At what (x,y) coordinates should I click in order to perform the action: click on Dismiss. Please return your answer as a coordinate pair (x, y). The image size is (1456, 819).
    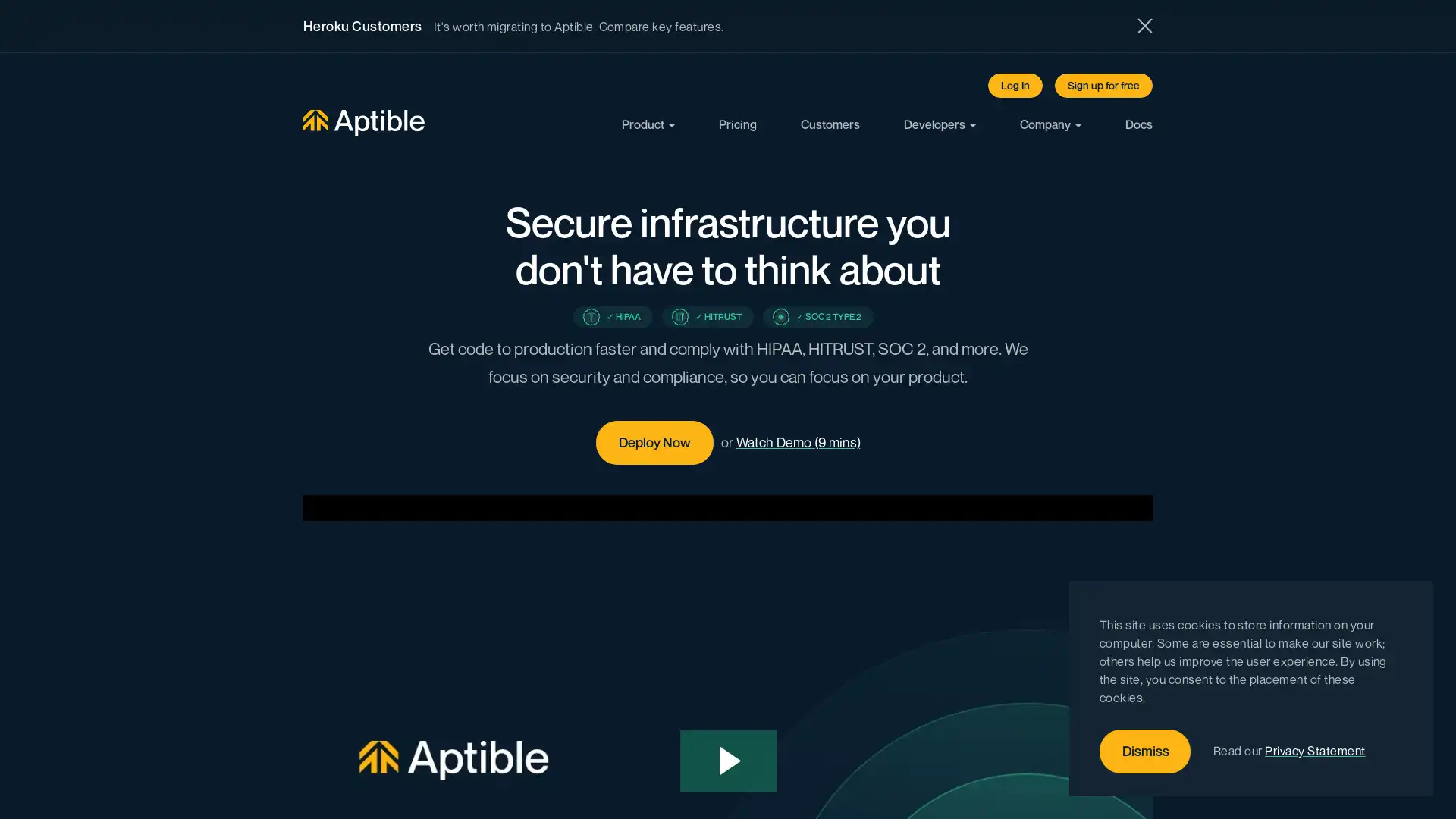
    Looking at the image, I should click on (1145, 752).